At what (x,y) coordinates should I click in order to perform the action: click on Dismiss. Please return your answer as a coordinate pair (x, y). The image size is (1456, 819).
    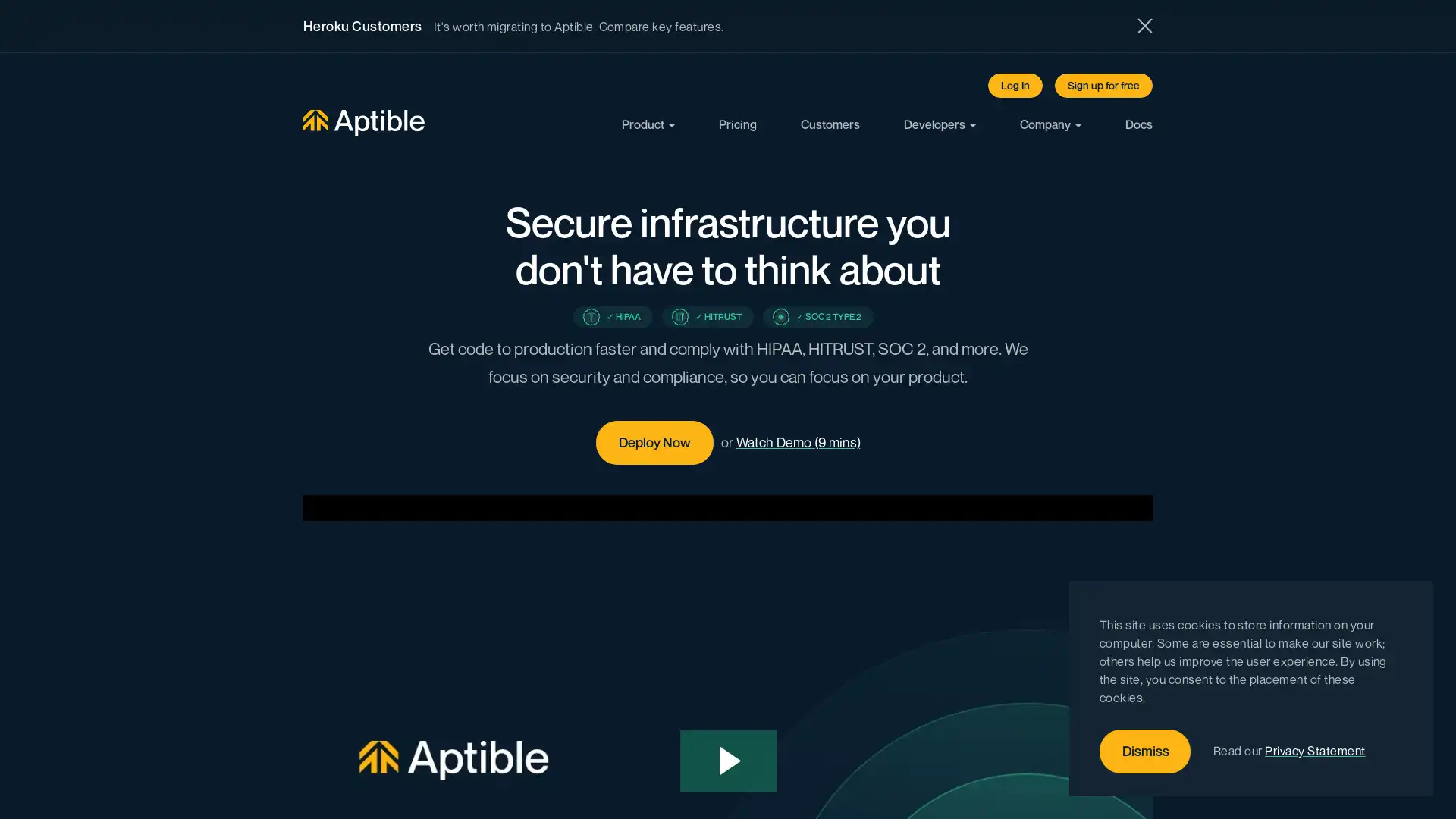
    Looking at the image, I should click on (1145, 752).